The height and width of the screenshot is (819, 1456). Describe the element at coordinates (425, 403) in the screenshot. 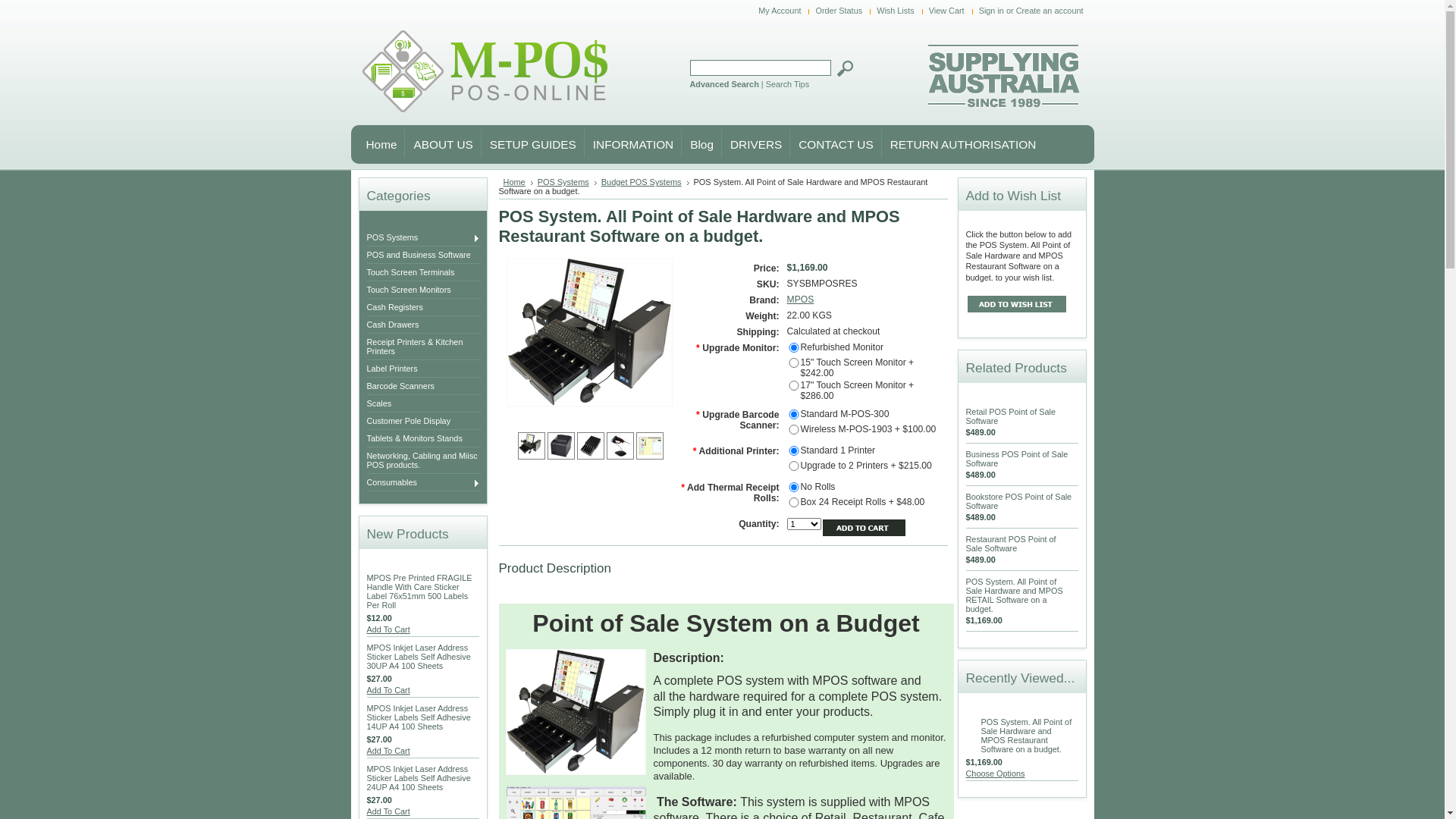

I see `'Scales'` at that location.